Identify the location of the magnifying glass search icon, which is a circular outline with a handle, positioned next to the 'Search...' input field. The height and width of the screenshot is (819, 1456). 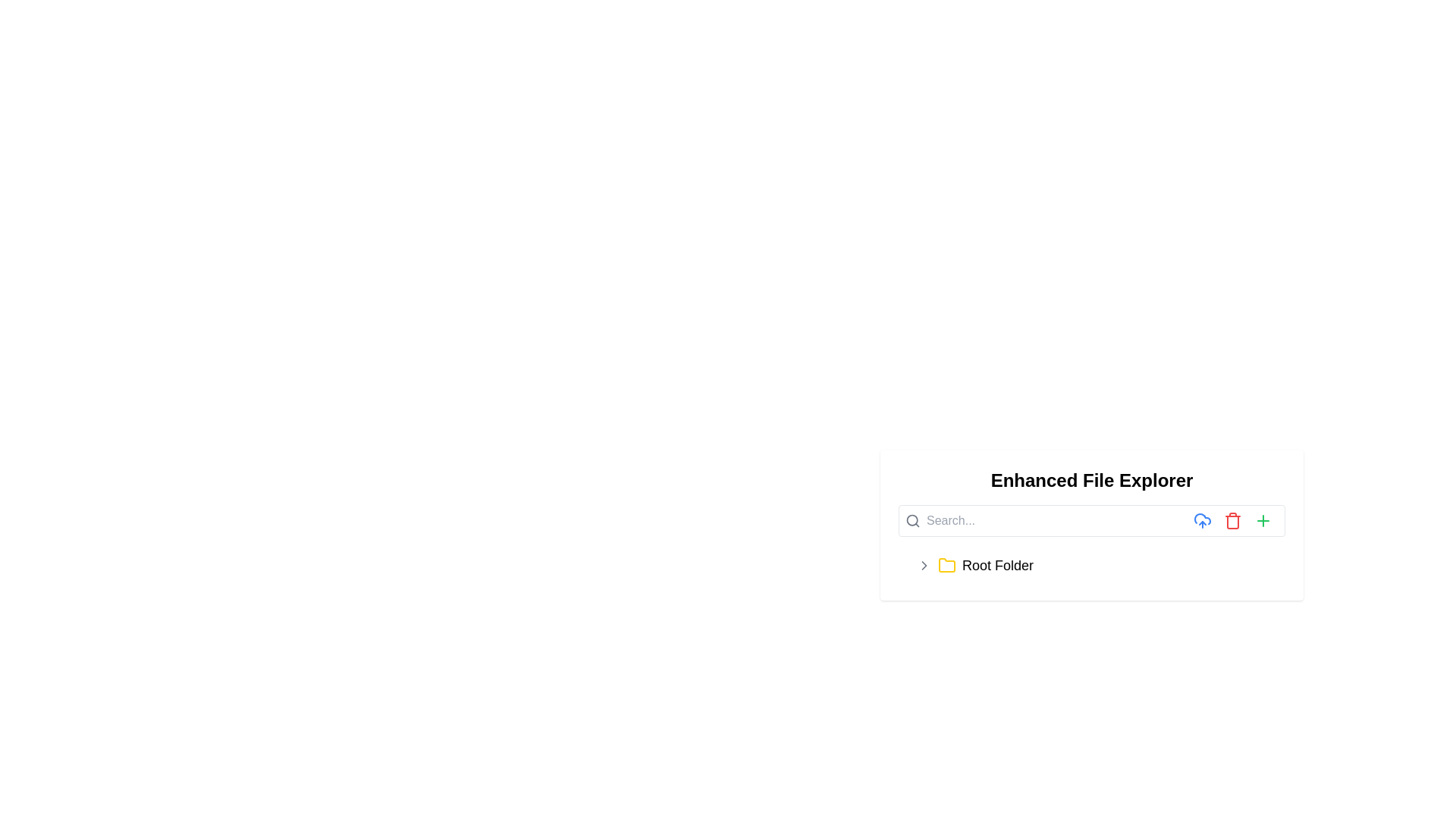
(912, 519).